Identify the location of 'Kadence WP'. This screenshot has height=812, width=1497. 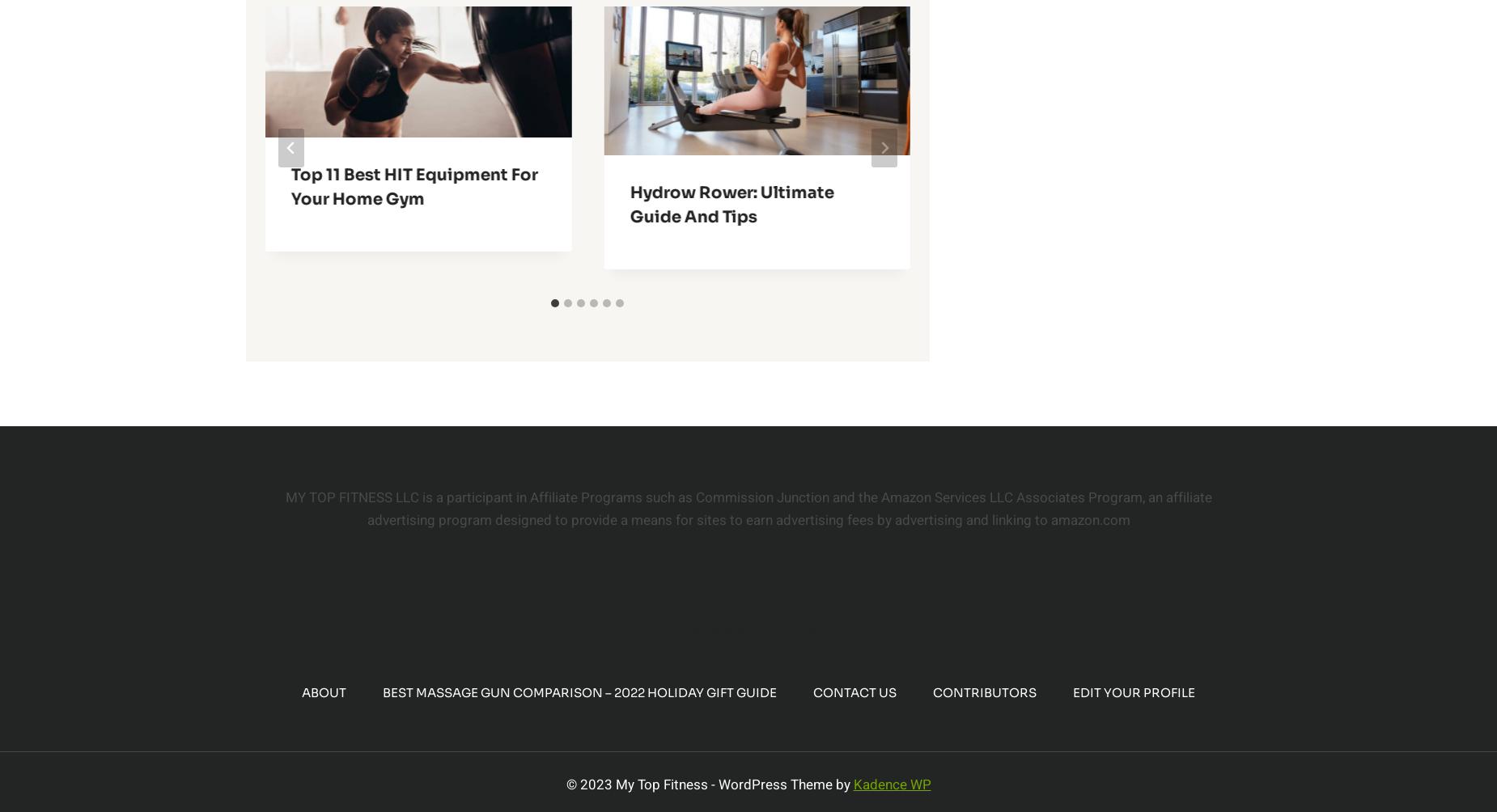
(891, 783).